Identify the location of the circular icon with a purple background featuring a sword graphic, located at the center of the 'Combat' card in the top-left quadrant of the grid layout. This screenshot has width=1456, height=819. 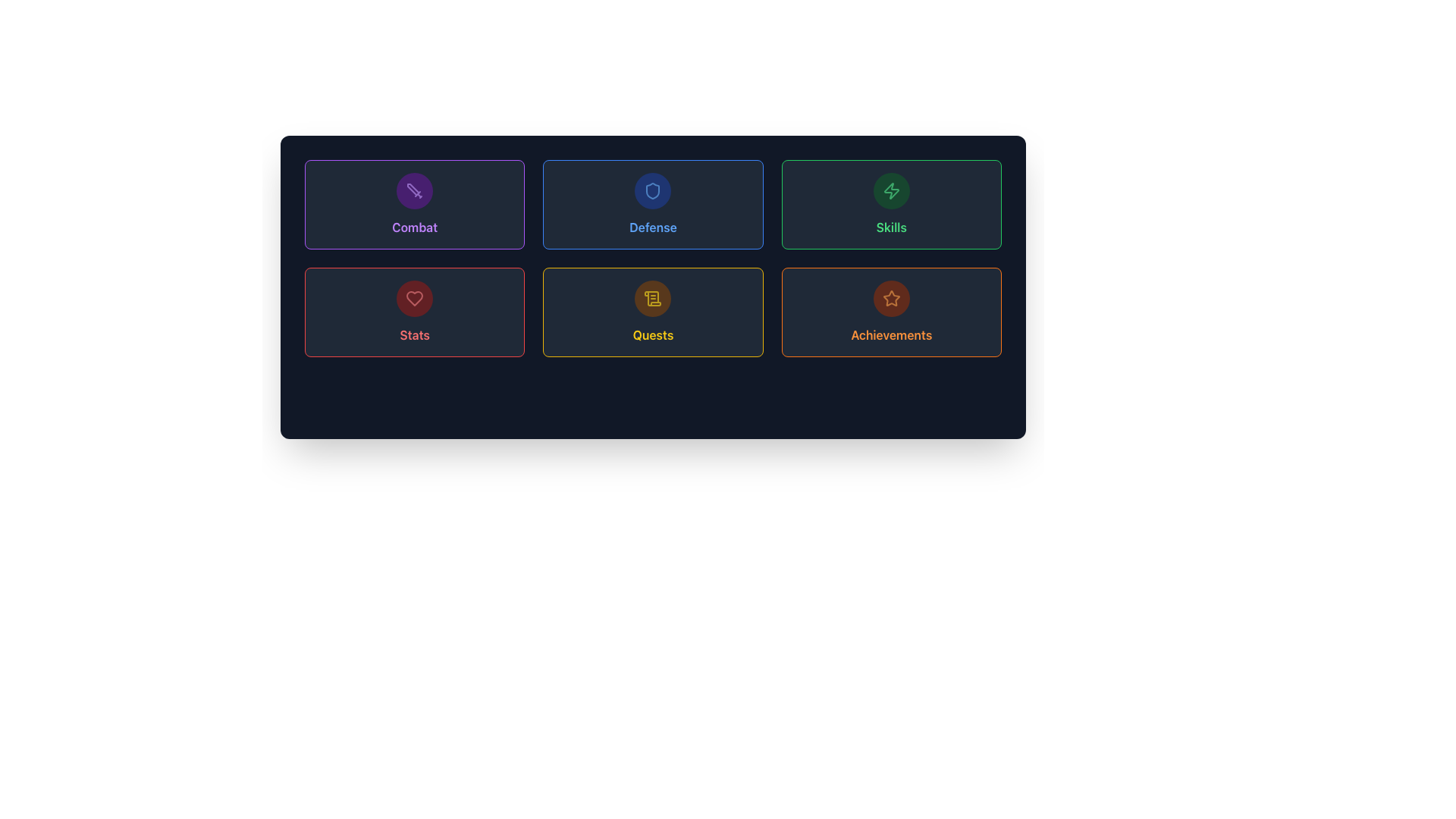
(415, 190).